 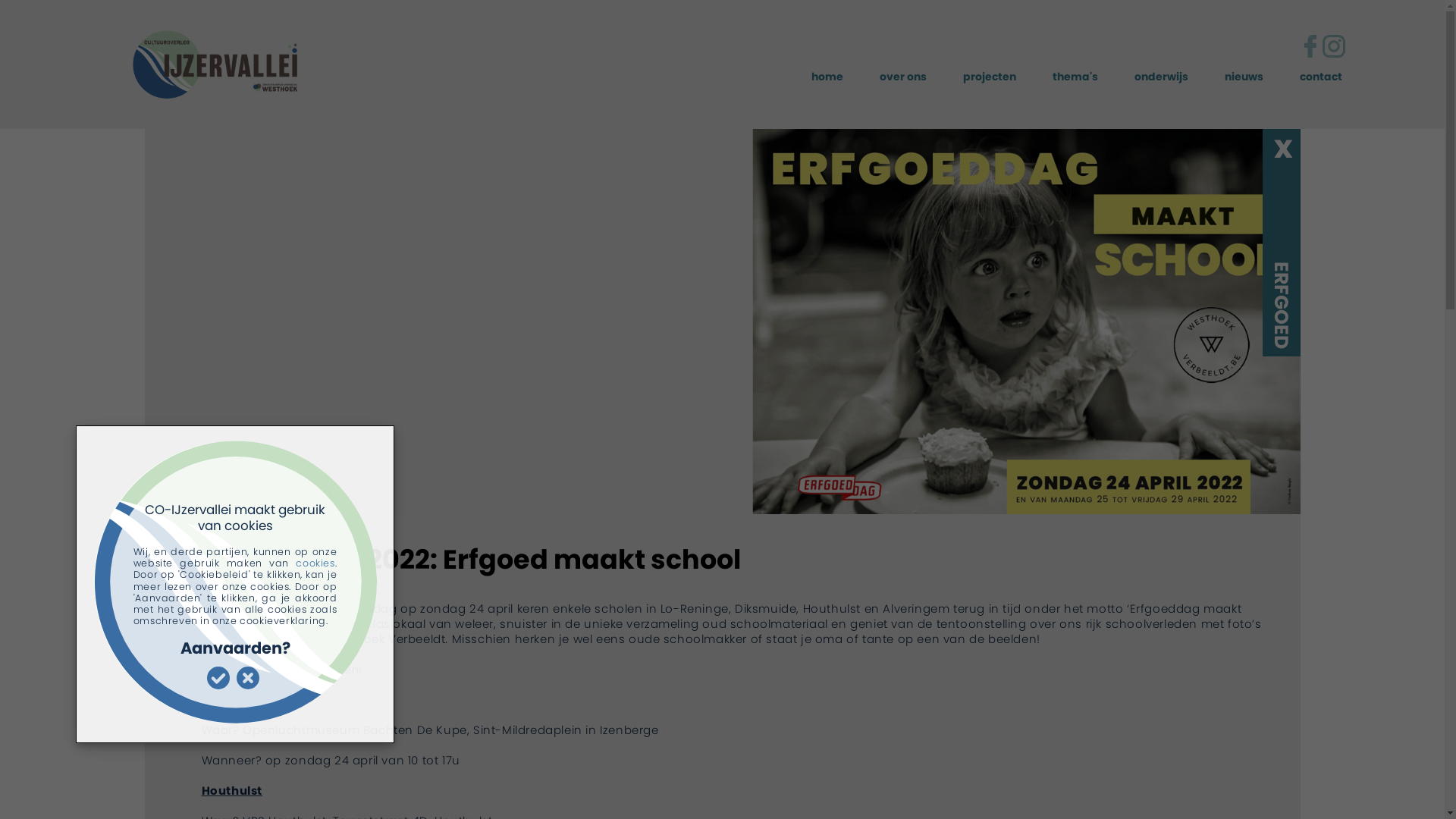 I want to click on 'contact', so click(x=1320, y=77).